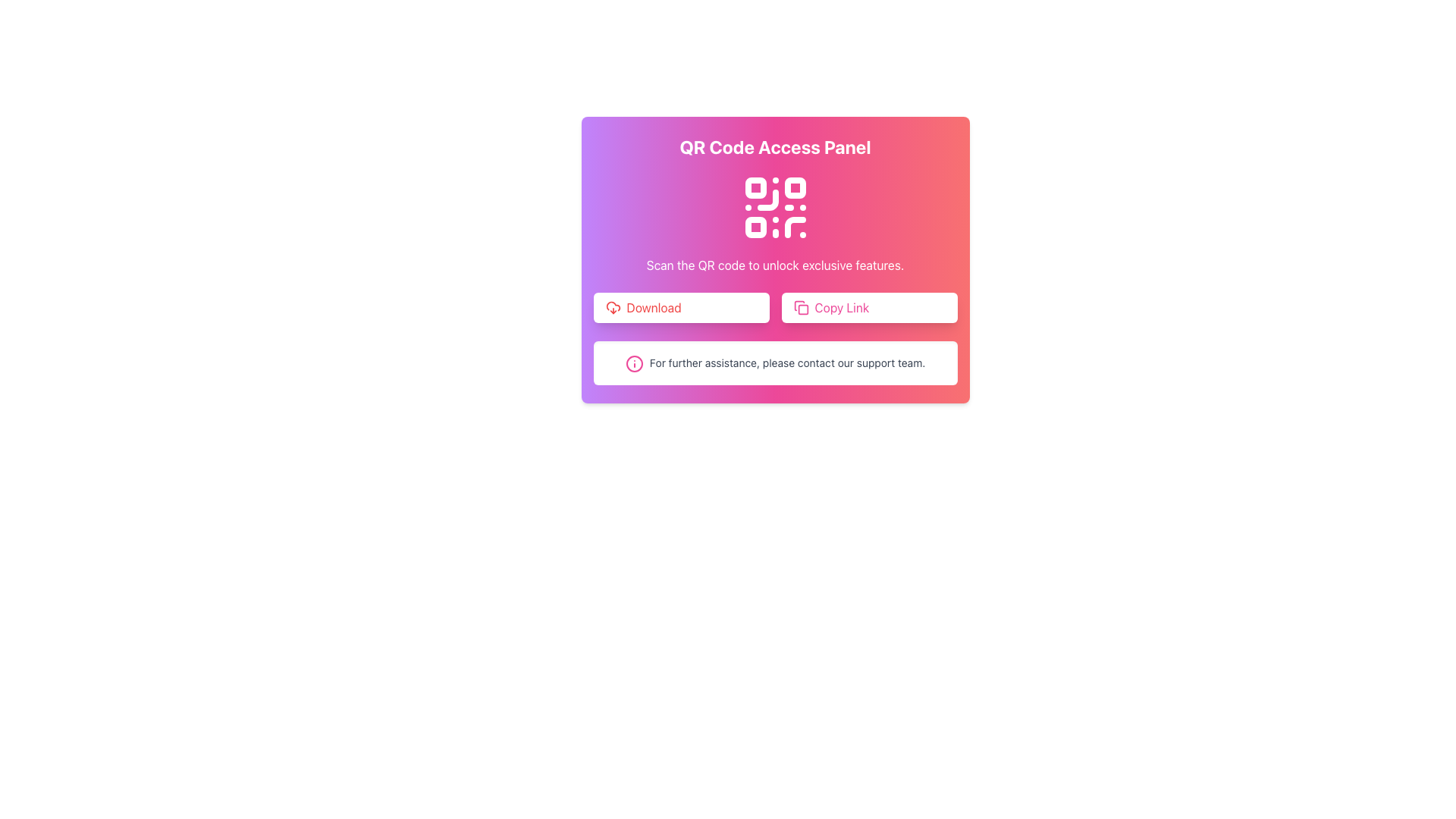 This screenshot has height=819, width=1456. I want to click on the 'Copy Link' button, which is the right button in a pair of interactive buttons grouped together for copying a link to the clipboard, so click(775, 307).